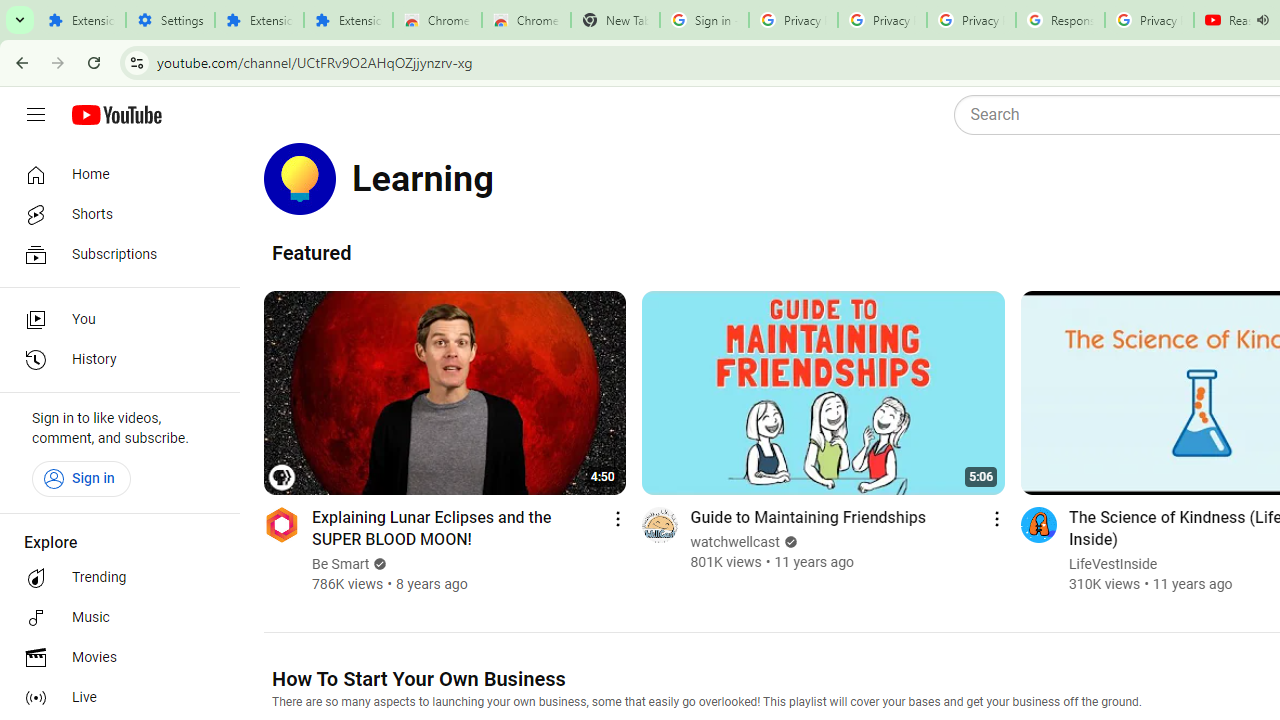 Image resolution: width=1280 pixels, height=720 pixels. I want to click on 'Mute tab', so click(1261, 20).